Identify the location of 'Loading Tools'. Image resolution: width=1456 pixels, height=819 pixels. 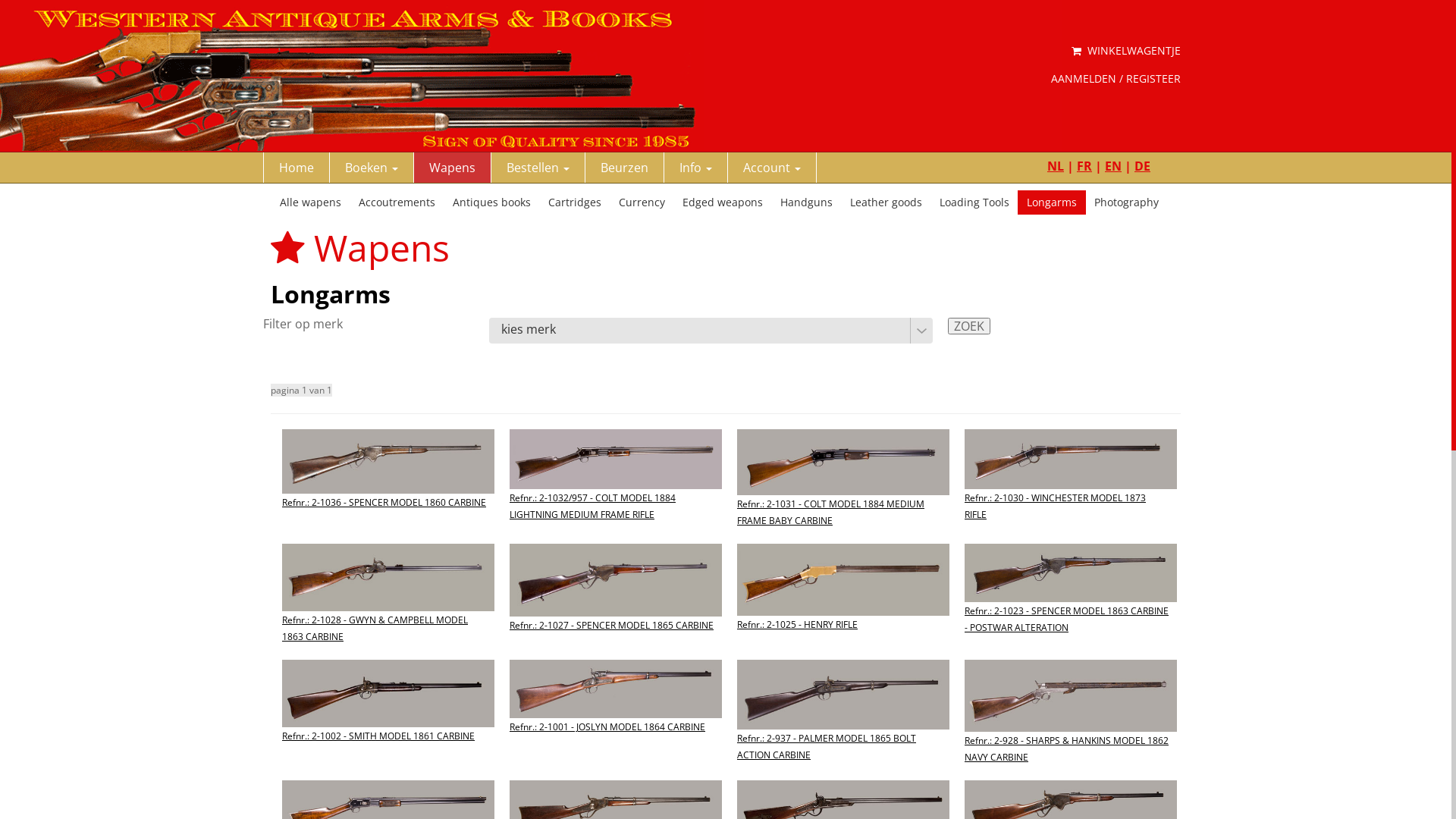
(974, 201).